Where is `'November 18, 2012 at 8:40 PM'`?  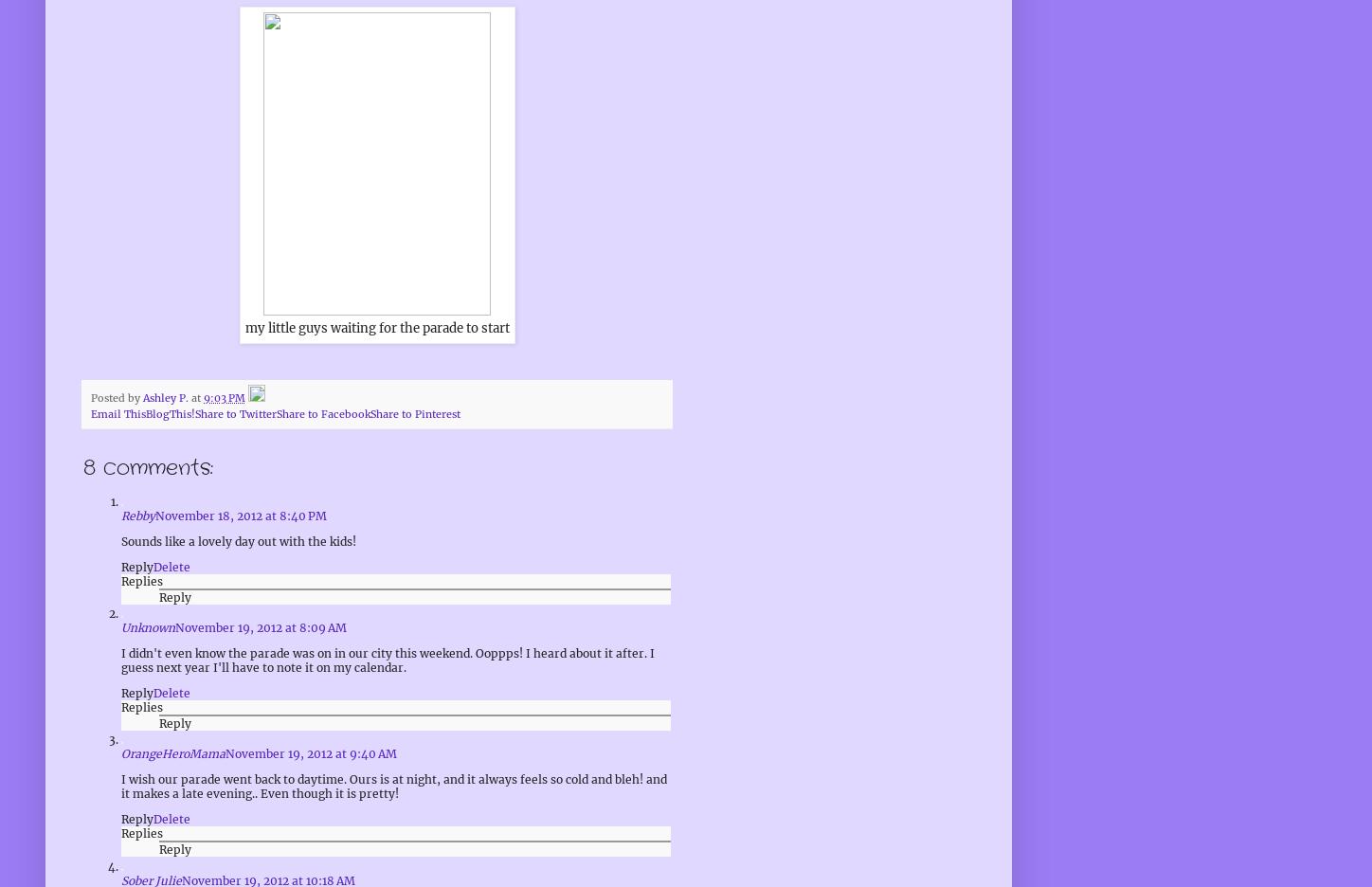
'November 18, 2012 at 8:40 PM' is located at coordinates (154, 515).